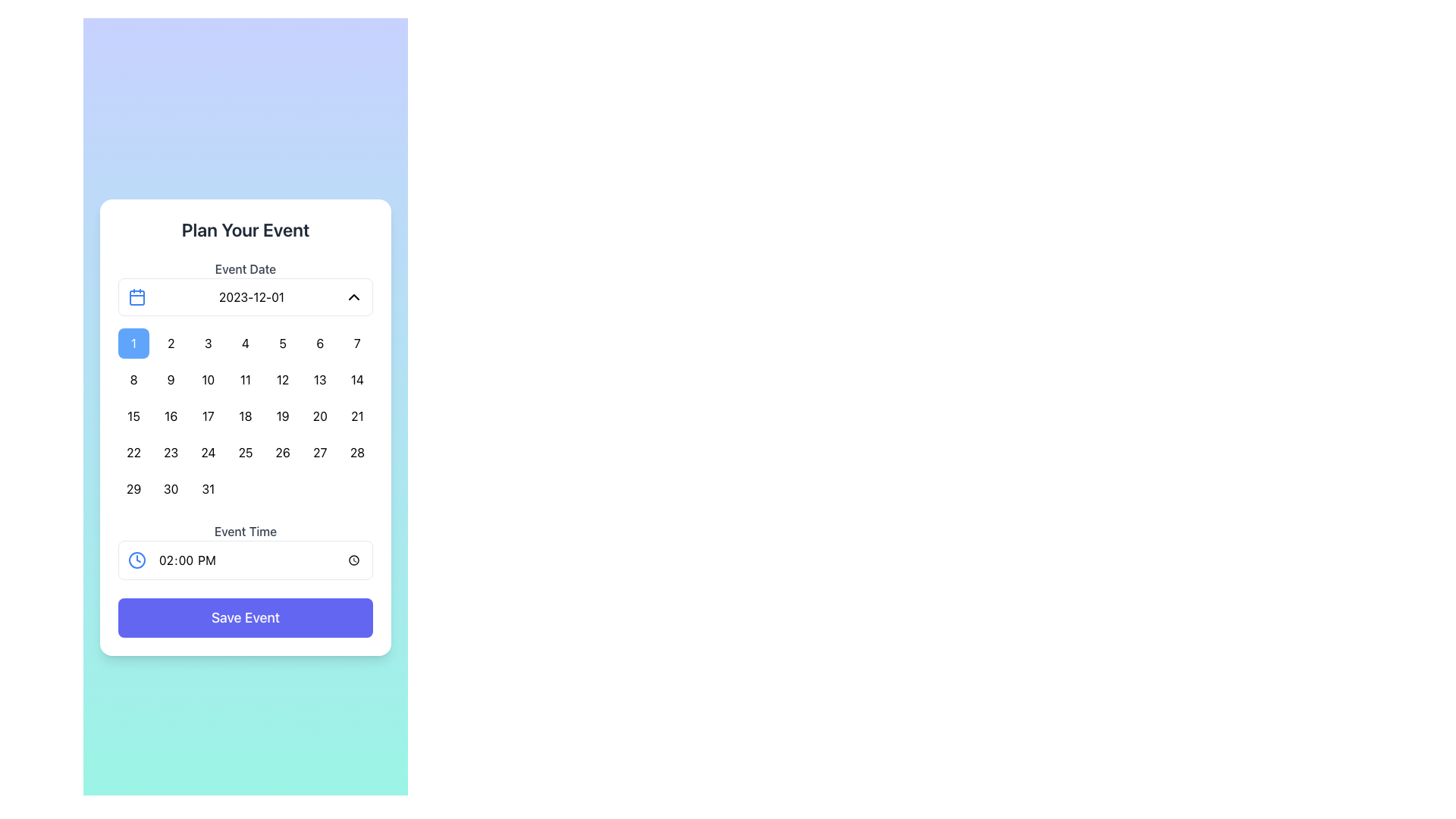 This screenshot has height=819, width=1456. What do you see at coordinates (207, 416) in the screenshot?
I see `the selectable calendar date button for the 17th day located in the third row and third column of the calendar grid` at bounding box center [207, 416].